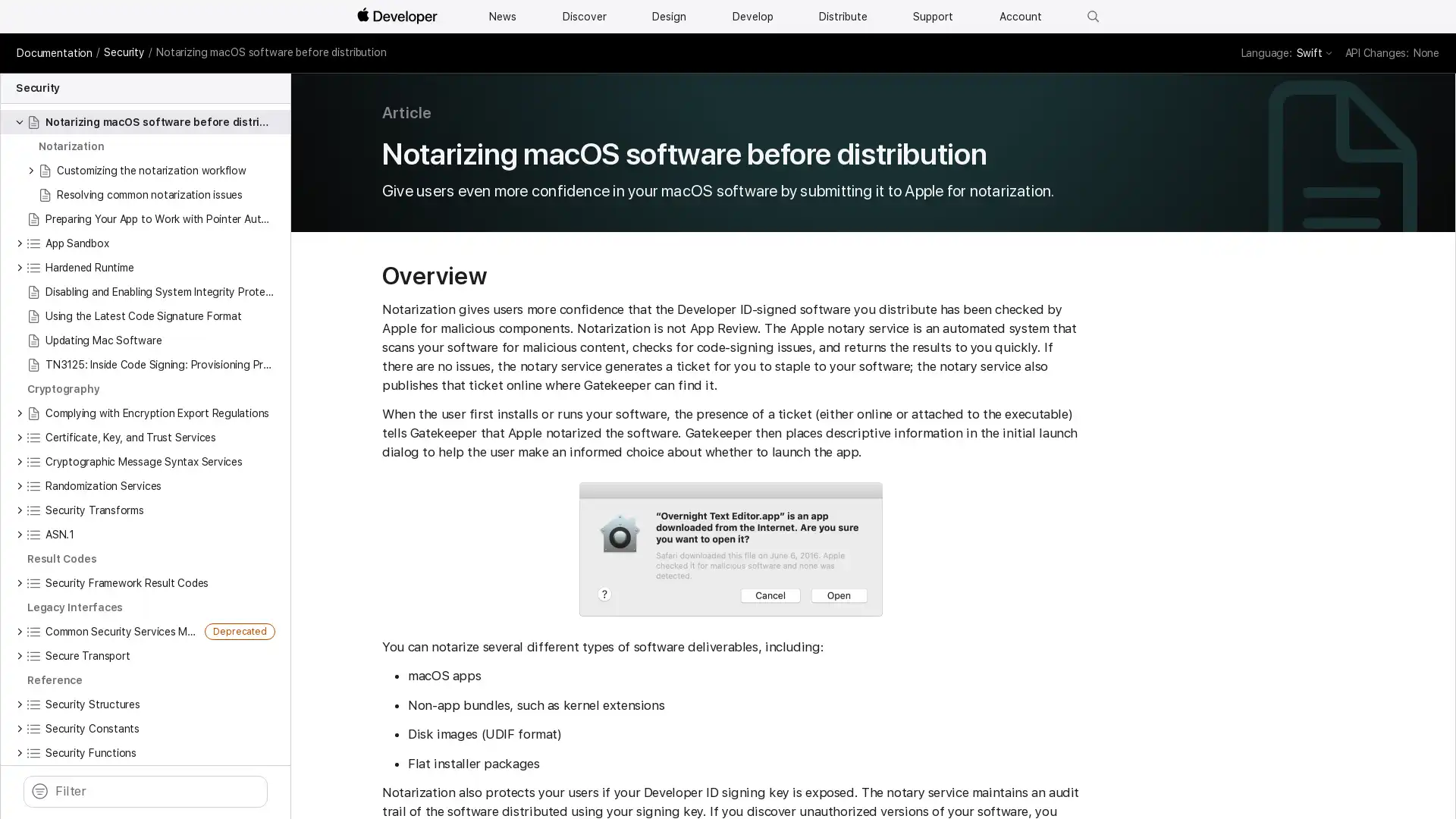 This screenshot has height=819, width=1456. I want to click on Notarizing macOS software before distribution, so click(17, 130).